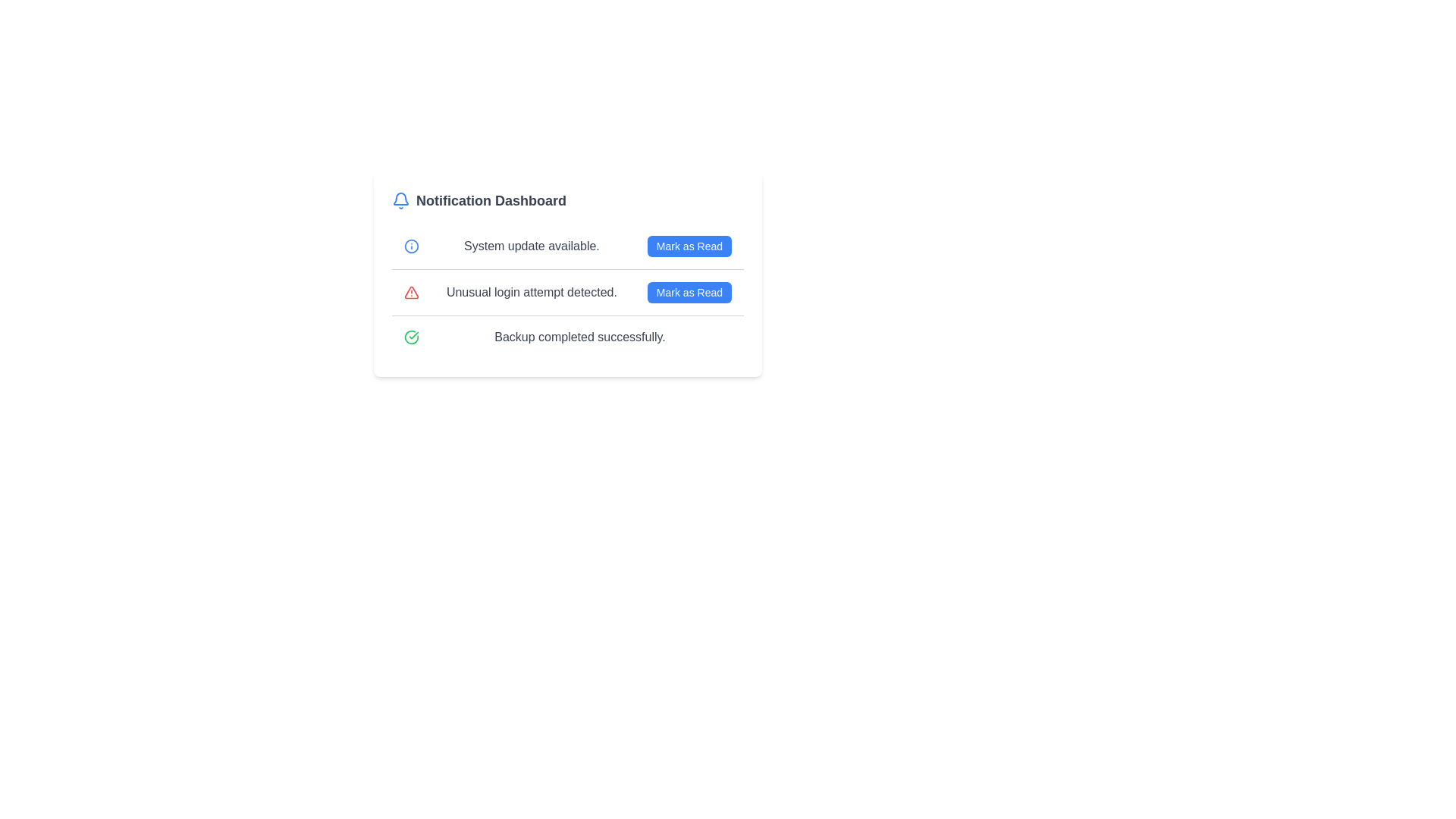 The image size is (1456, 819). I want to click on the text label that states 'Unusual login attempt detected.' within the second notification item of the notification dashboard, so click(532, 292).